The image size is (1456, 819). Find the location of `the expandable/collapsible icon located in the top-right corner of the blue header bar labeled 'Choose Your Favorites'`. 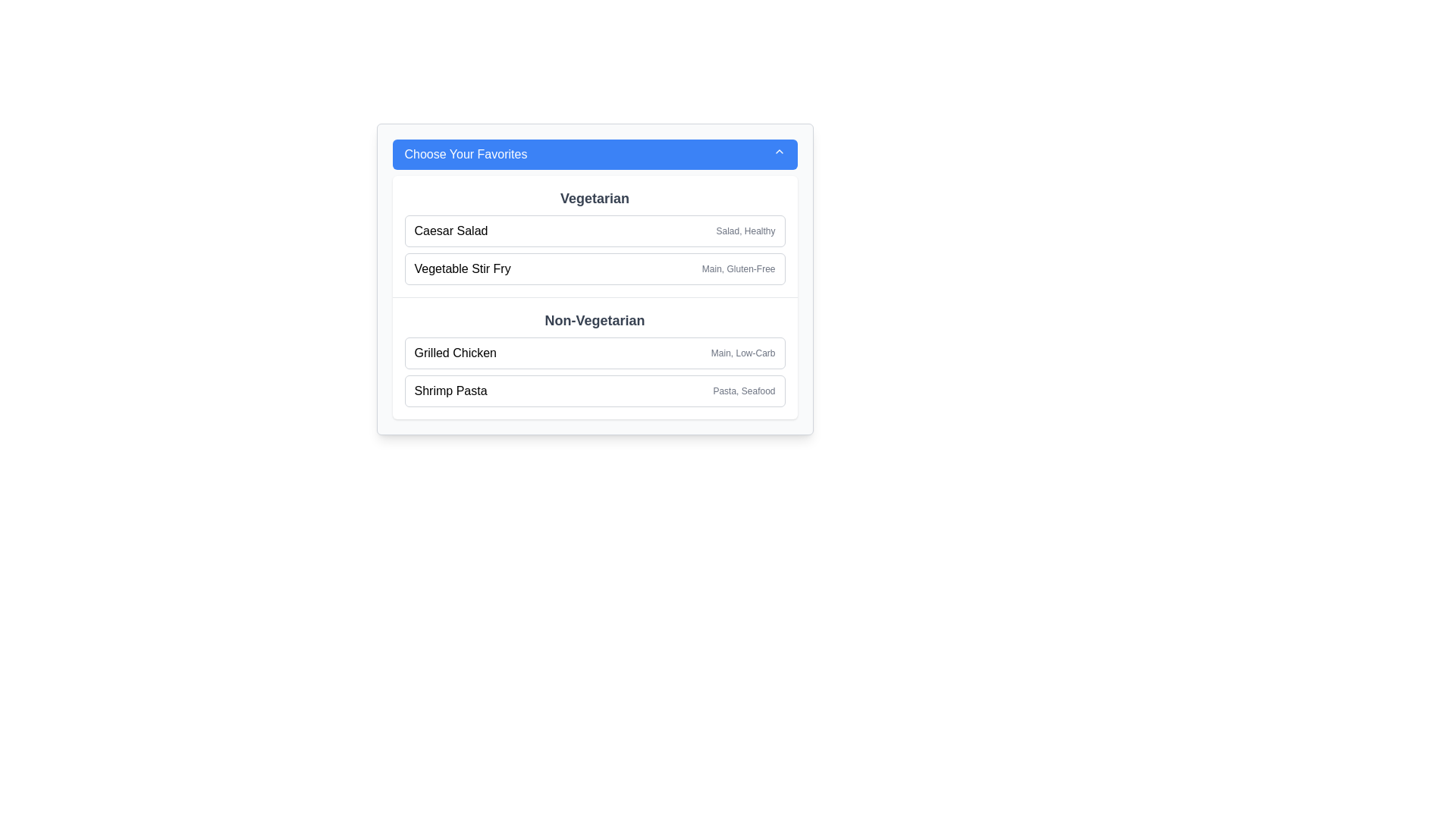

the expandable/collapsible icon located in the top-right corner of the blue header bar labeled 'Choose Your Favorites' is located at coordinates (779, 152).